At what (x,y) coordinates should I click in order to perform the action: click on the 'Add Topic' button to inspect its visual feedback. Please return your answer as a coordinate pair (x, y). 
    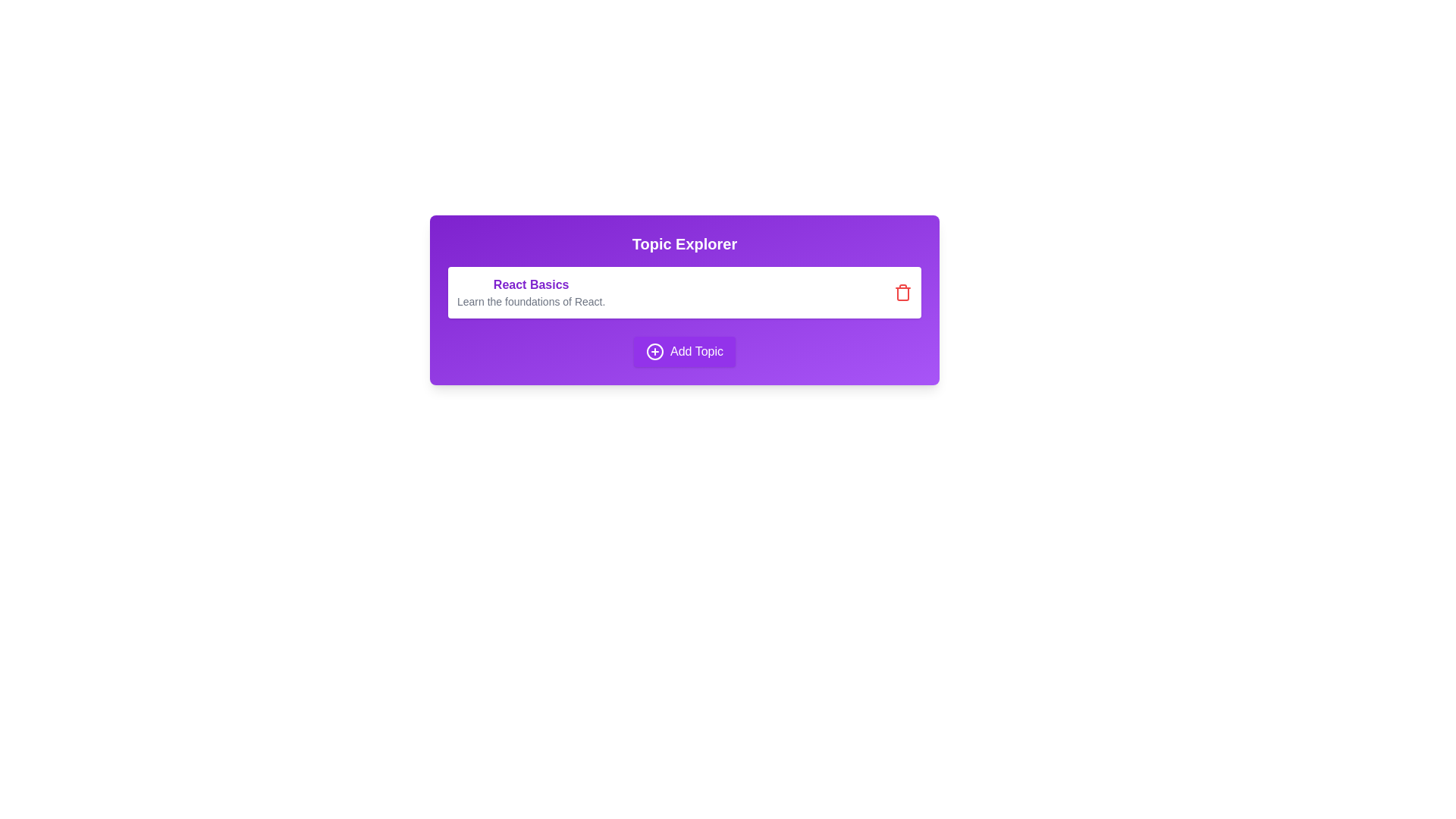
    Looking at the image, I should click on (683, 351).